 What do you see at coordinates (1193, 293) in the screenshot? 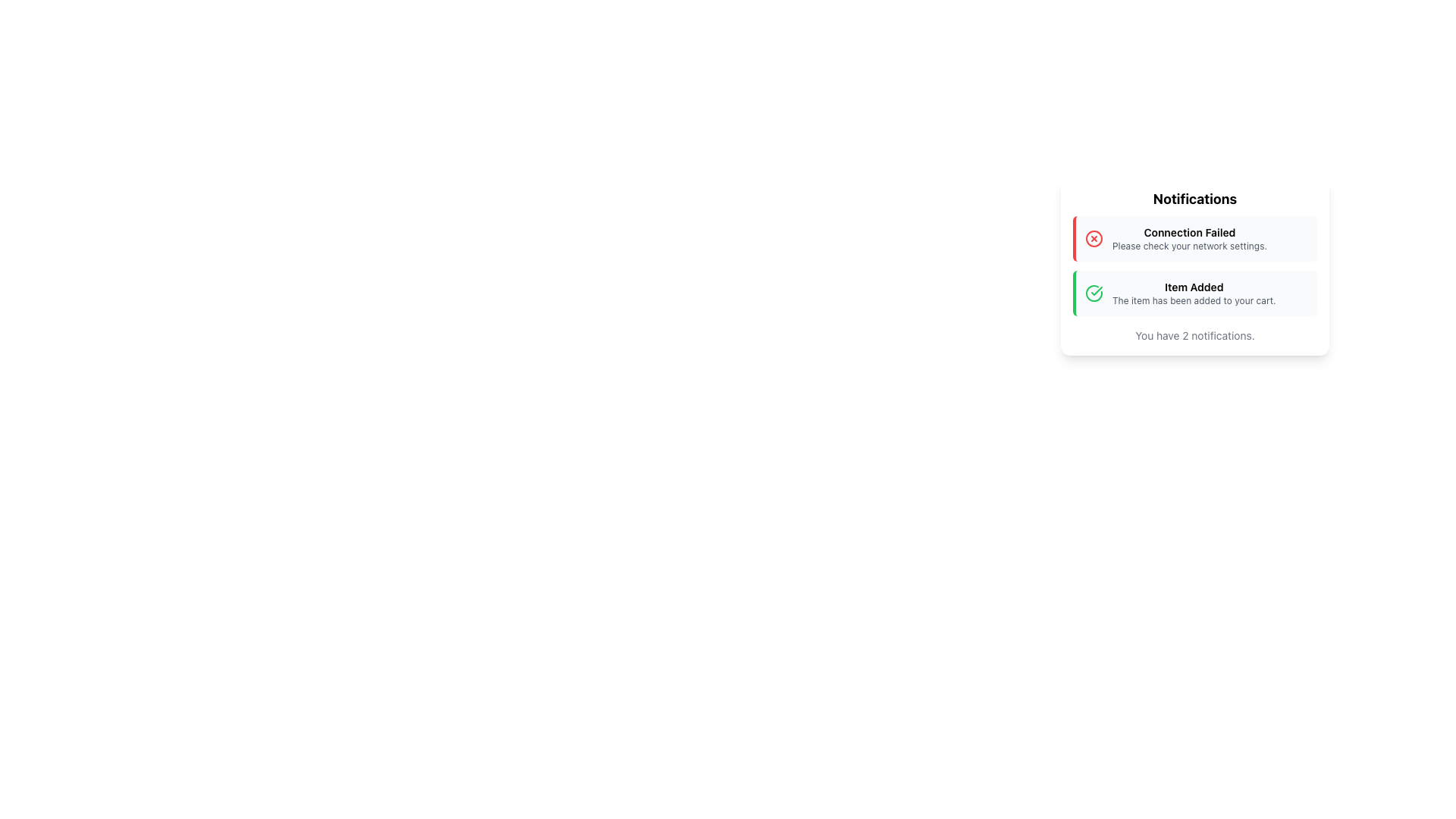
I see `information presented in the text display element that shows 'Item Added' and 'The item has been added to your cart.'` at bounding box center [1193, 293].